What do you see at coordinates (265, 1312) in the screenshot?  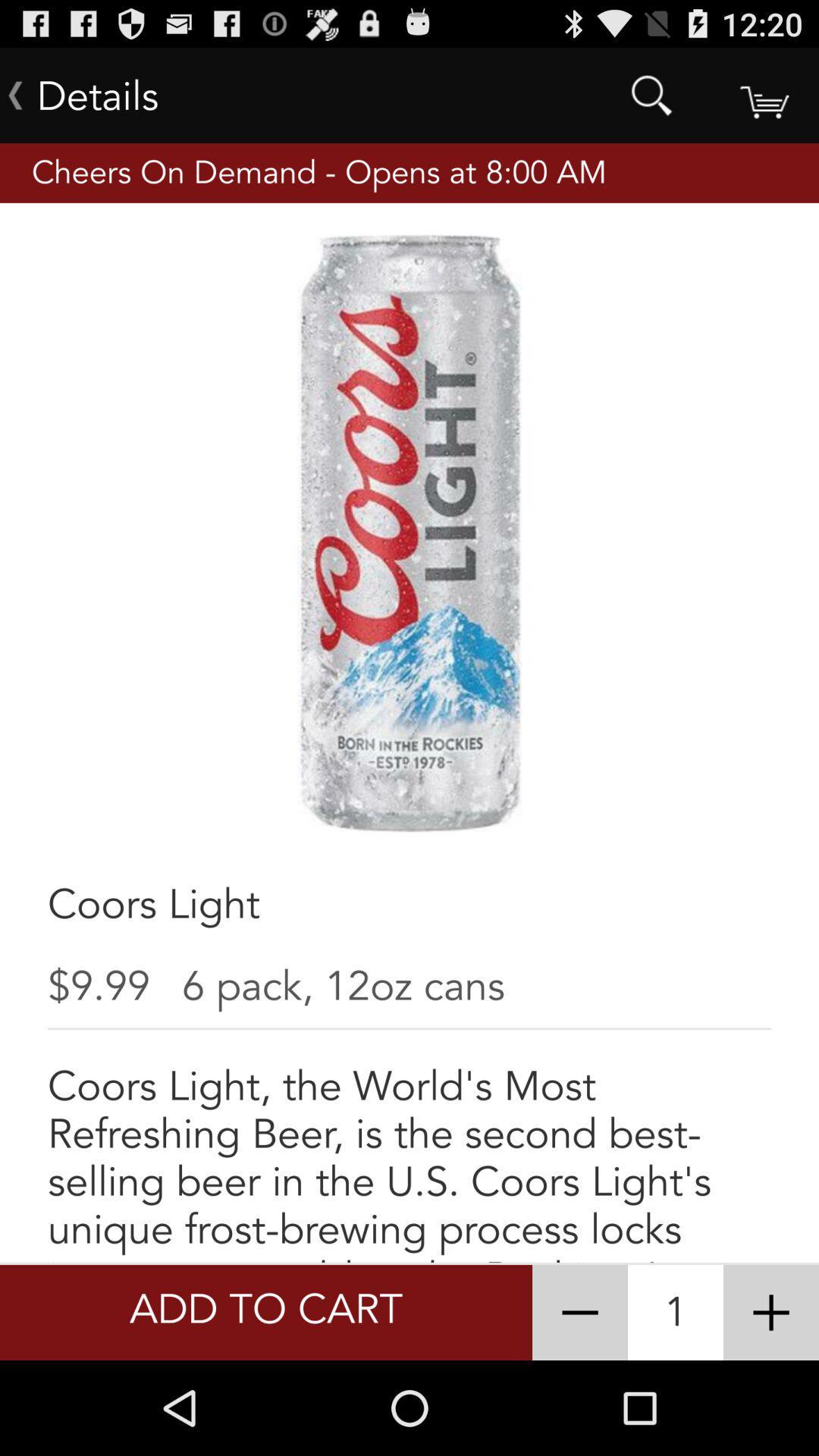 I see `add to cart item` at bounding box center [265, 1312].